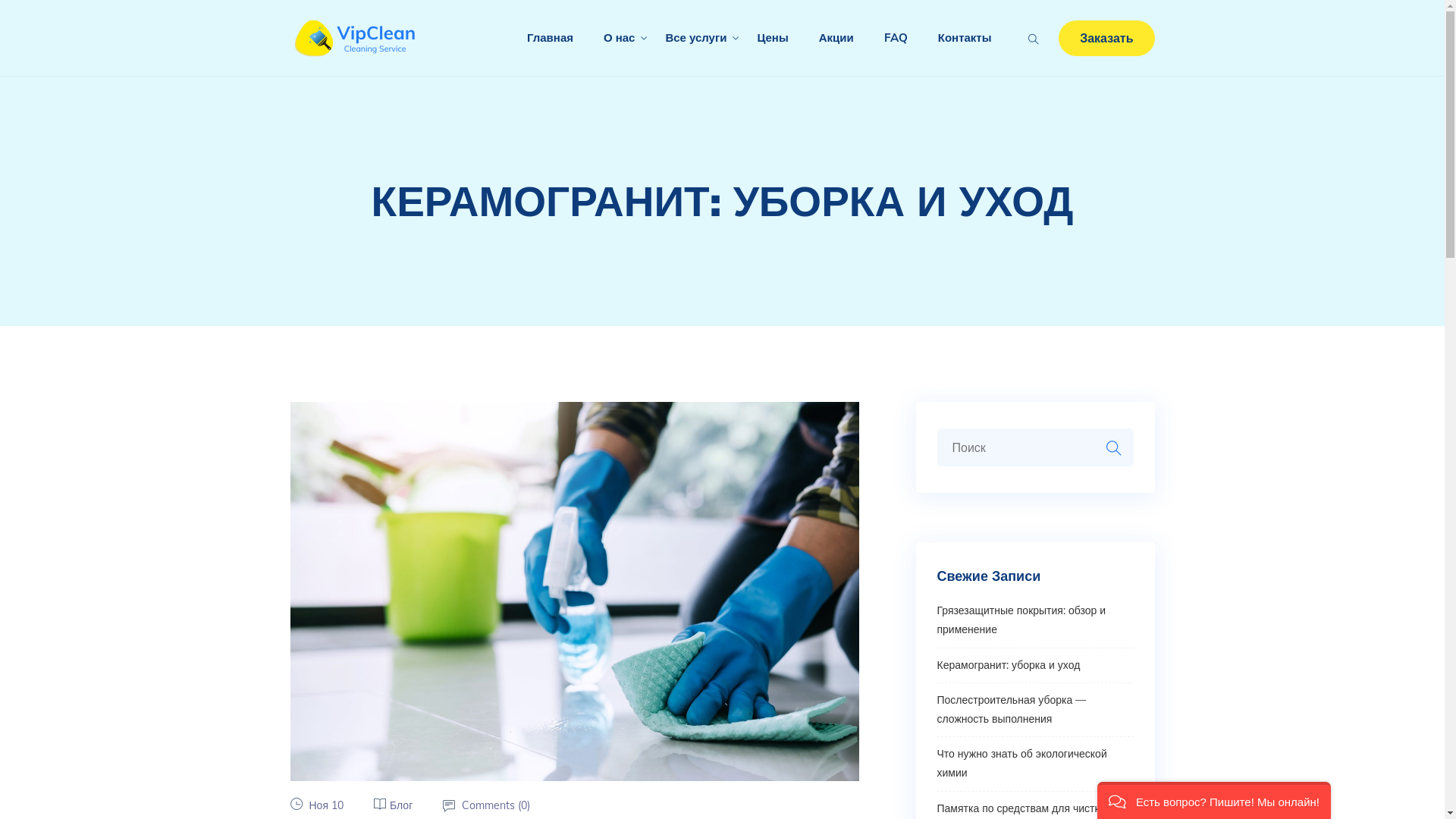 Image resolution: width=1456 pixels, height=819 pixels. What do you see at coordinates (896, 37) in the screenshot?
I see `'FAQ'` at bounding box center [896, 37].